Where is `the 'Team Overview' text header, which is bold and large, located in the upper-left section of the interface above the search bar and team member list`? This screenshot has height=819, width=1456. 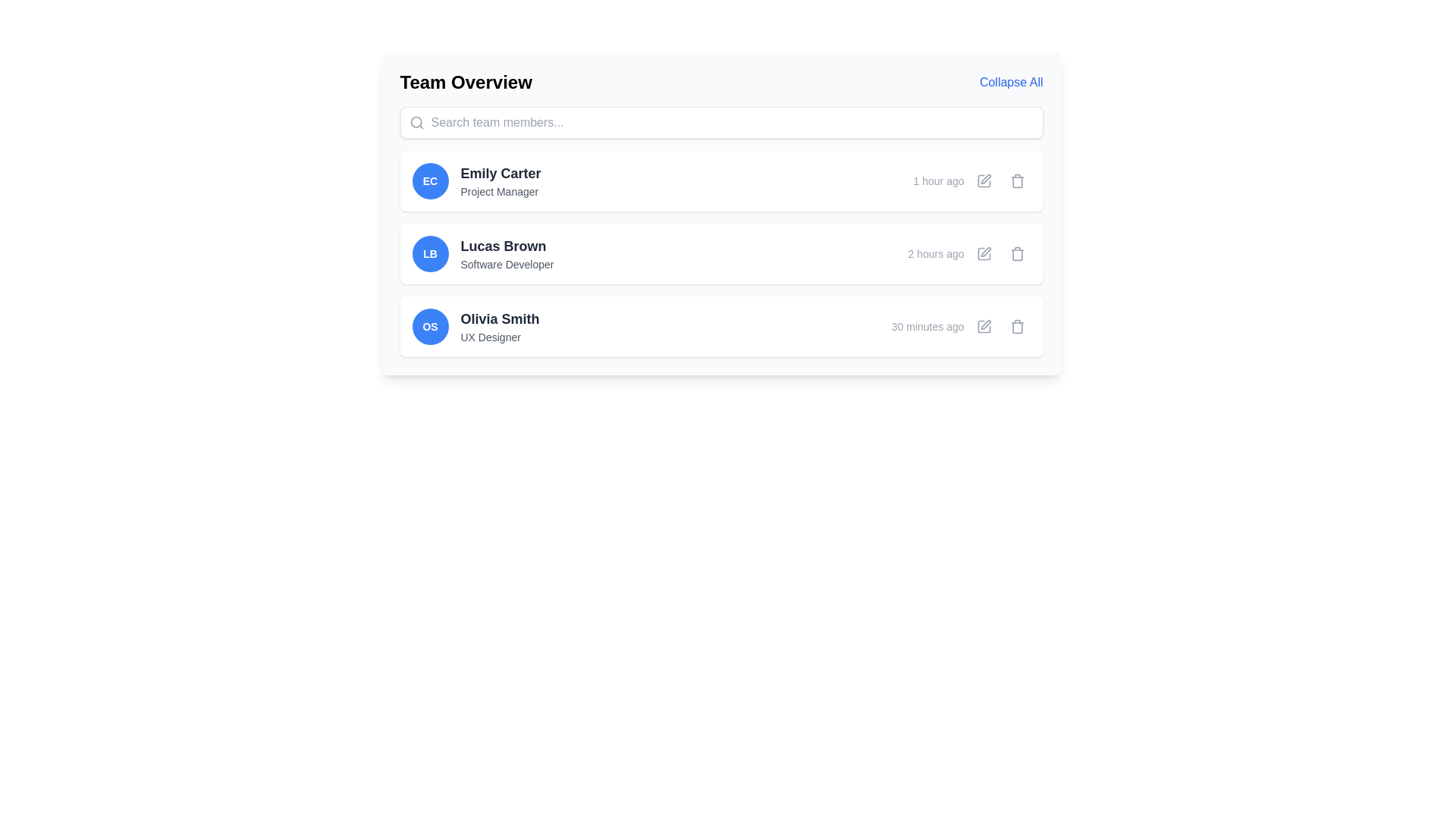 the 'Team Overview' text header, which is bold and large, located in the upper-left section of the interface above the search bar and team member list is located at coordinates (465, 82).